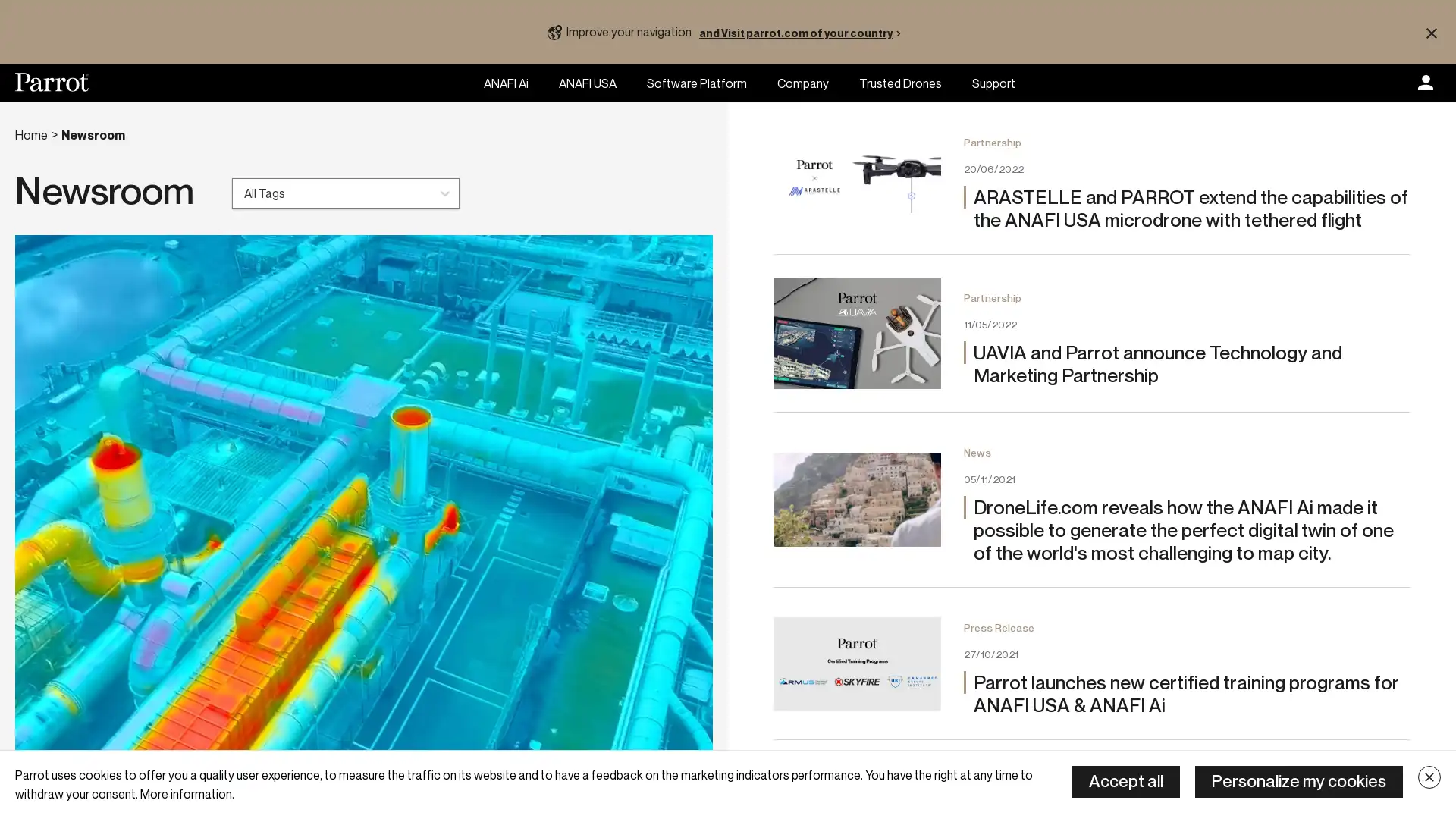 The height and width of the screenshot is (819, 1456). I want to click on close not-good-shop-alert, so click(1430, 32).